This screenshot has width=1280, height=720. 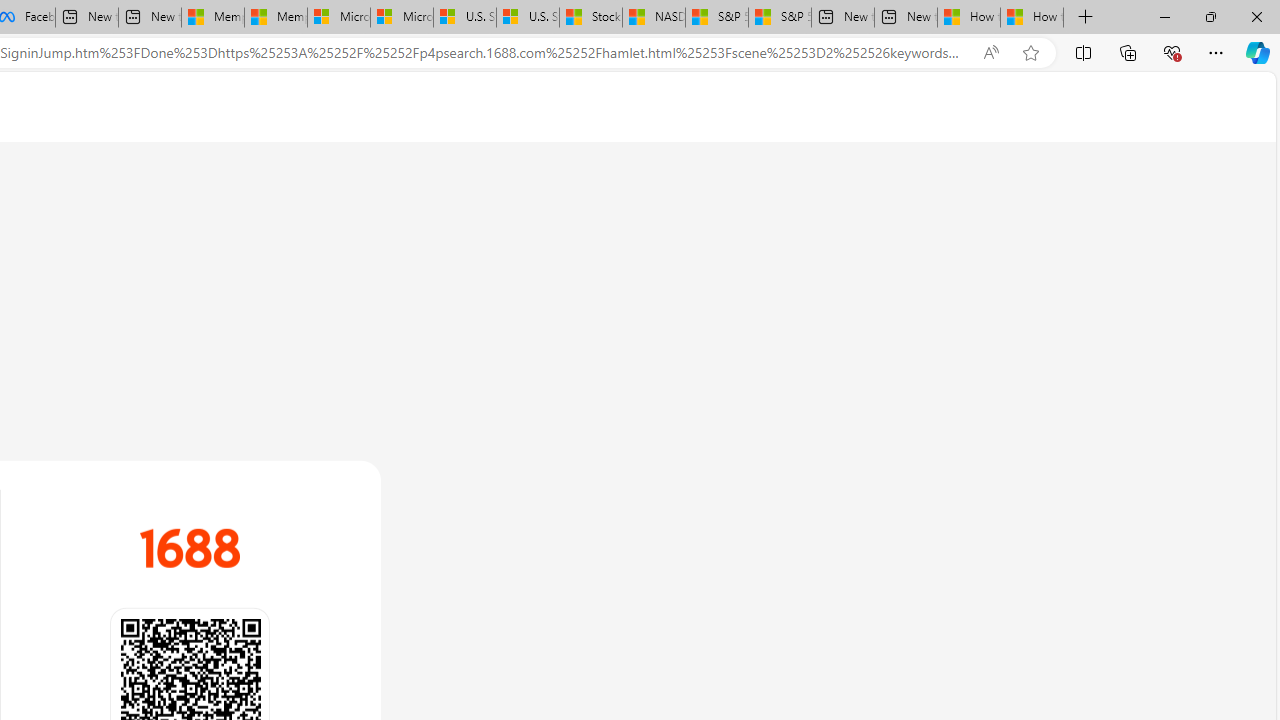 What do you see at coordinates (1031, 52) in the screenshot?
I see `'Add this page to favorites (Ctrl+D)'` at bounding box center [1031, 52].